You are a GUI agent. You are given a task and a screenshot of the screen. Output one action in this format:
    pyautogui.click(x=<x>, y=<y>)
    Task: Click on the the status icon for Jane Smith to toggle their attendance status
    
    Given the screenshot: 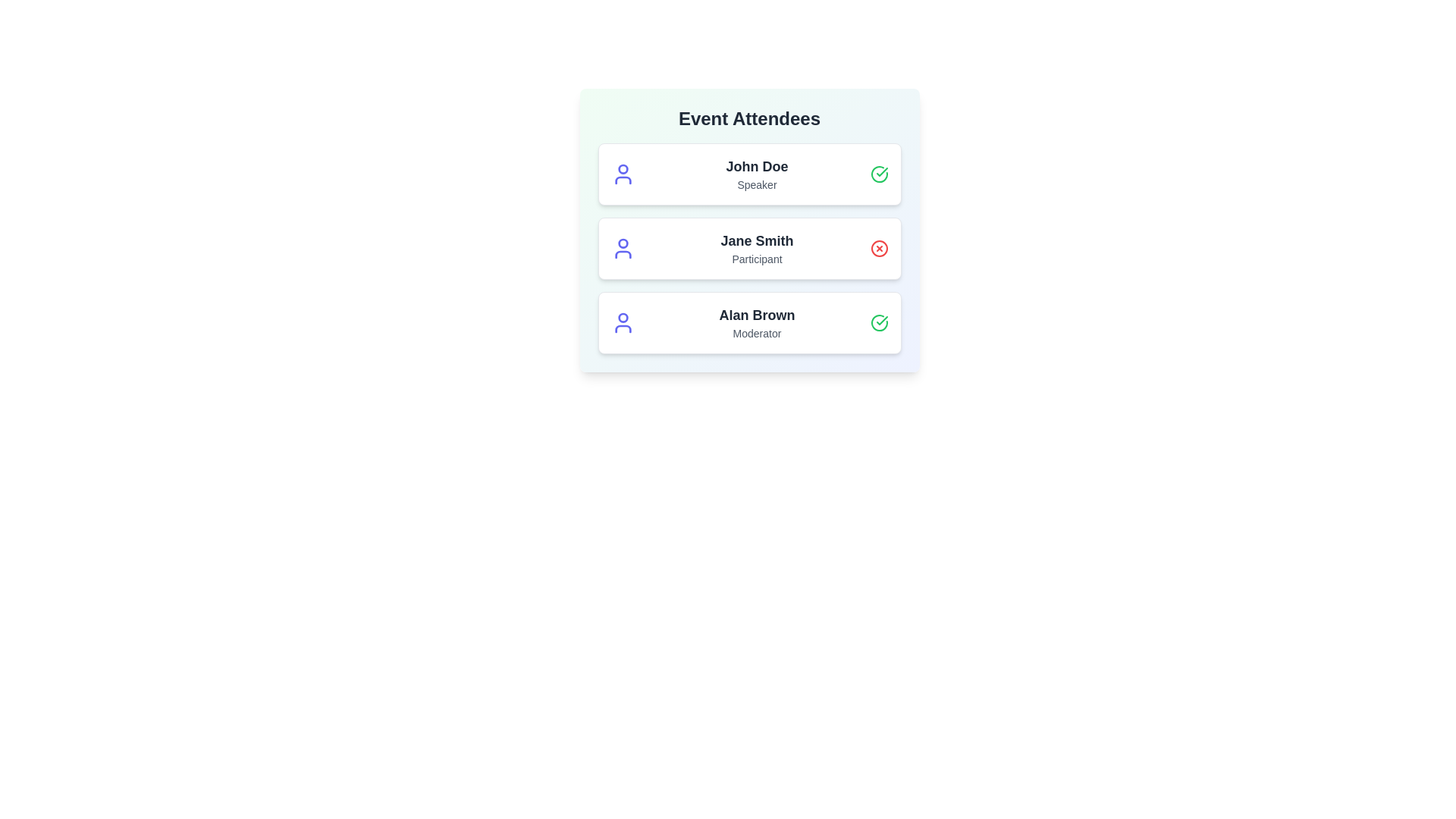 What is the action you would take?
    pyautogui.click(x=879, y=247)
    